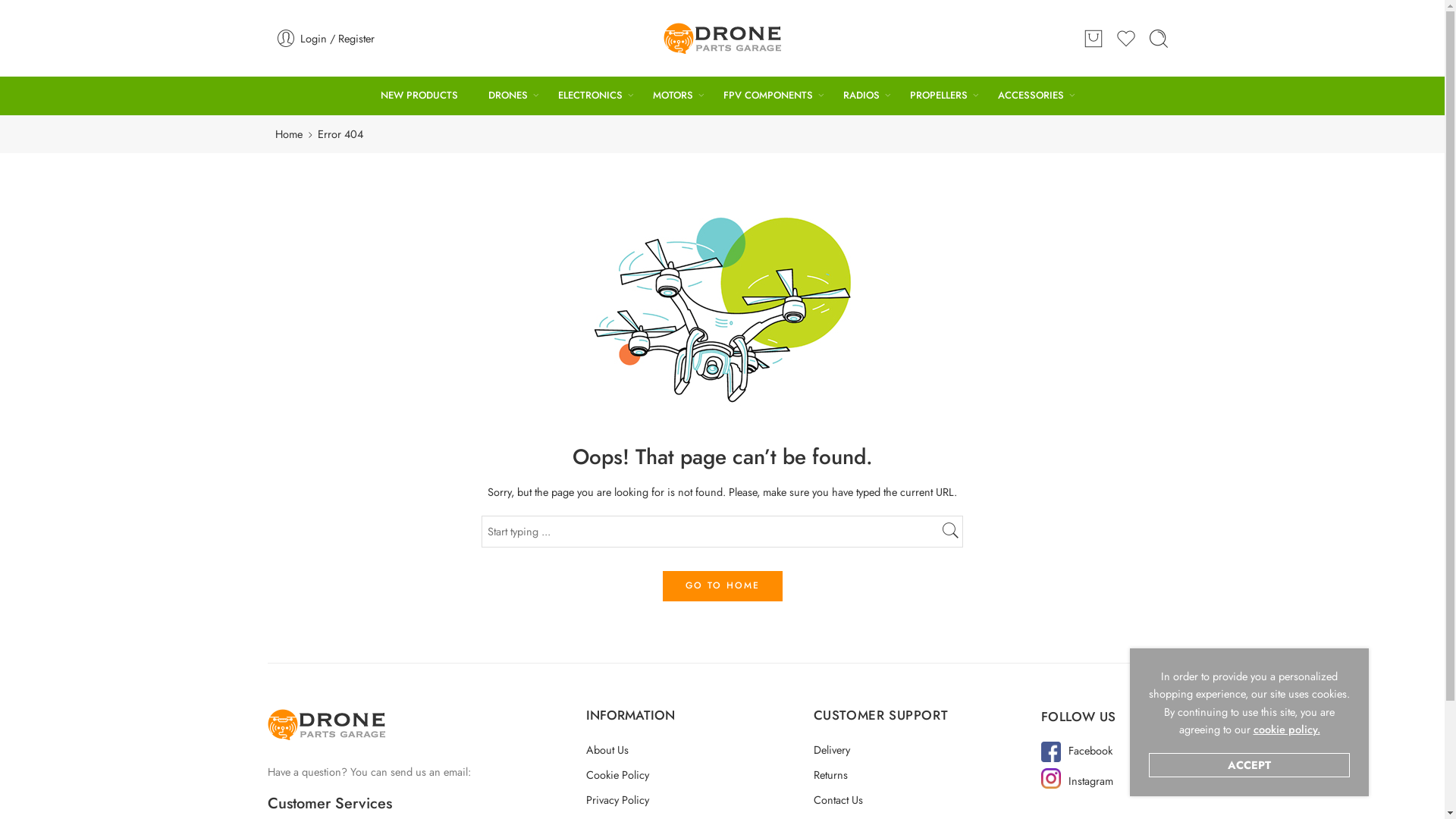 This screenshot has width=1456, height=819. I want to click on 'ACCEPT', so click(1249, 765).